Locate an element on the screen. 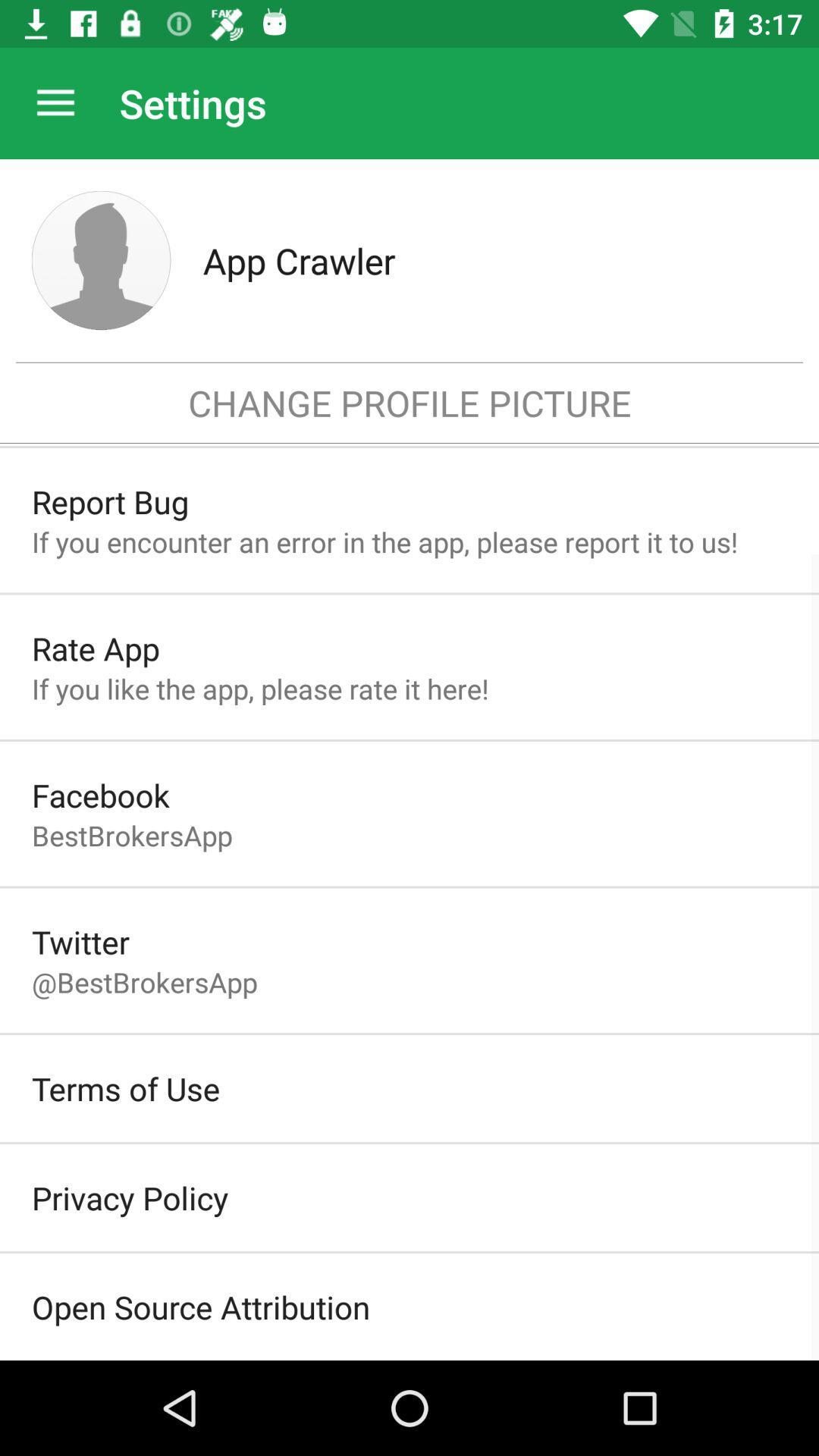 This screenshot has width=819, height=1456. terms of use icon is located at coordinates (125, 1087).